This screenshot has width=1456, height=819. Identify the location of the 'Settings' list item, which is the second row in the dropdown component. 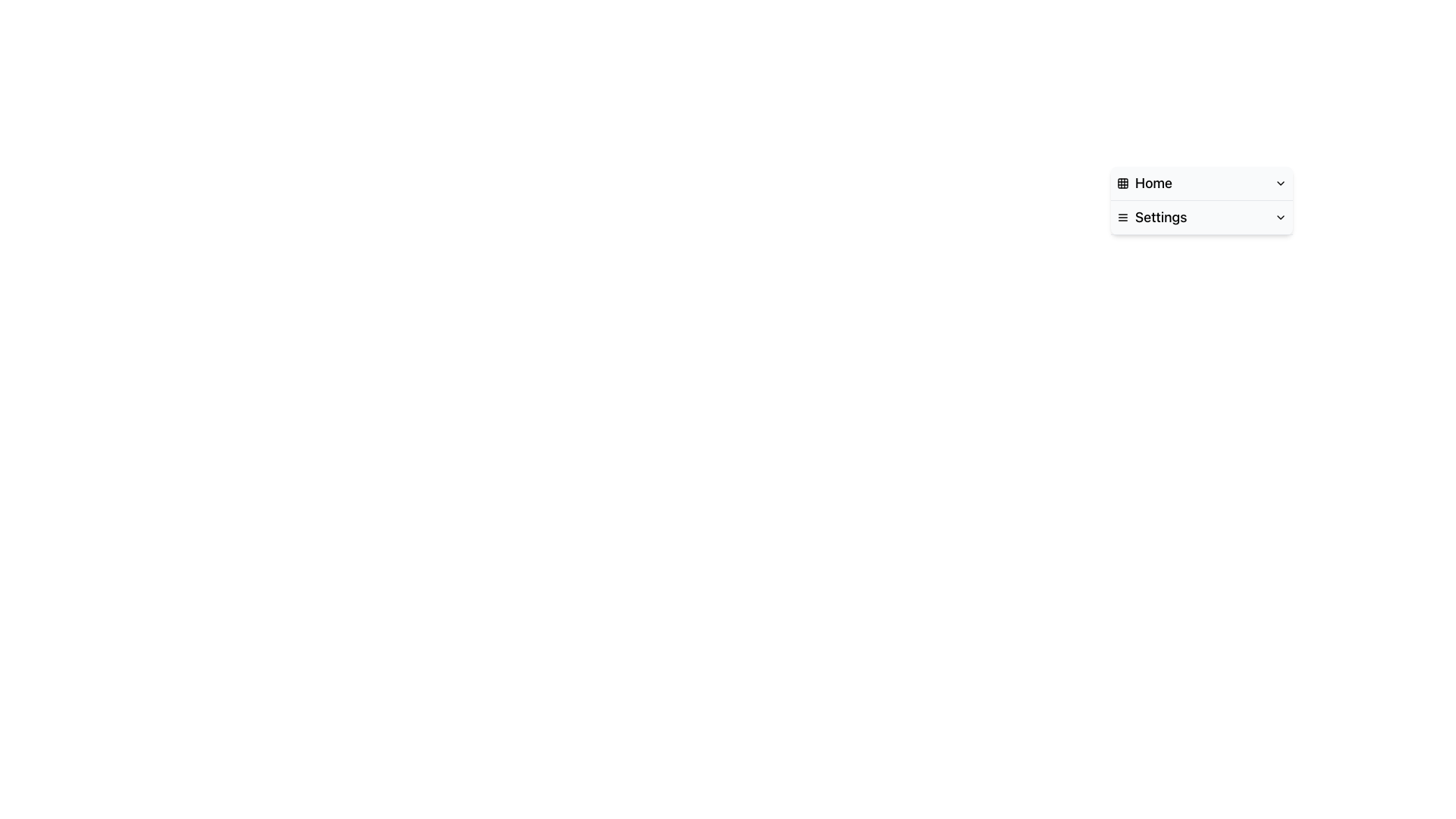
(1200, 218).